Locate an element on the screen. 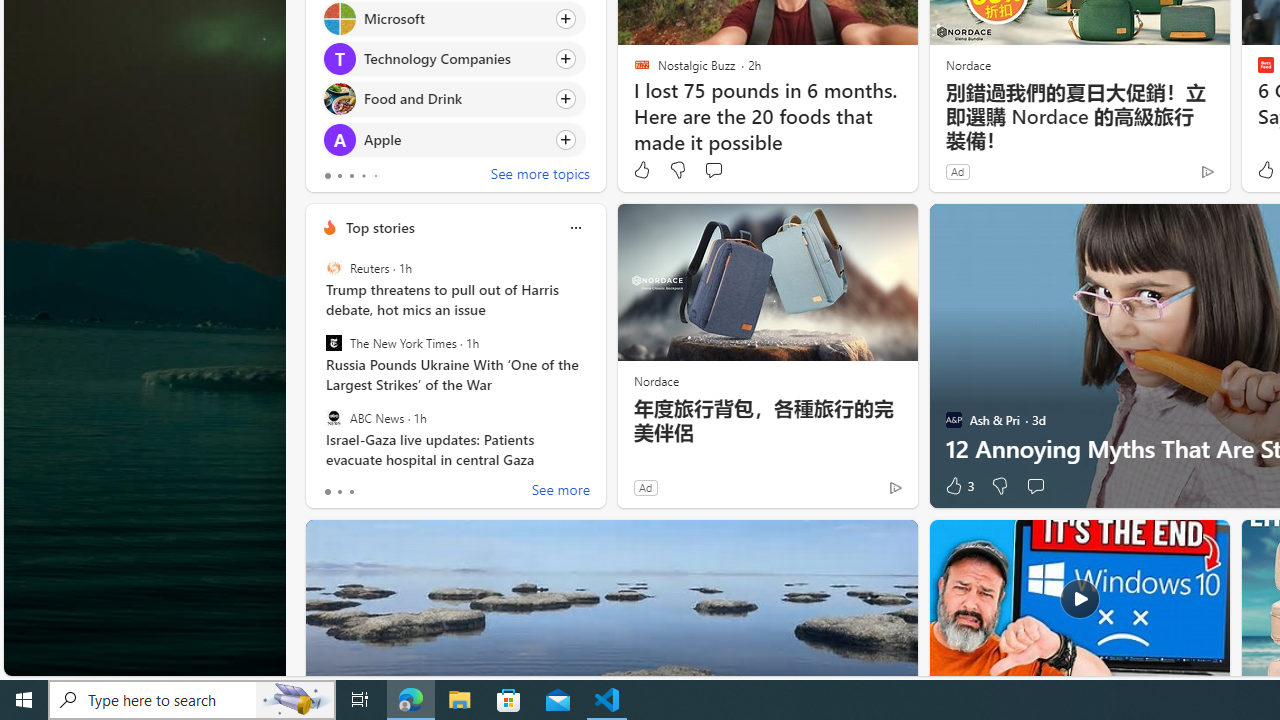 This screenshot has width=1280, height=720. 'tab-1' is located at coordinates (339, 492).